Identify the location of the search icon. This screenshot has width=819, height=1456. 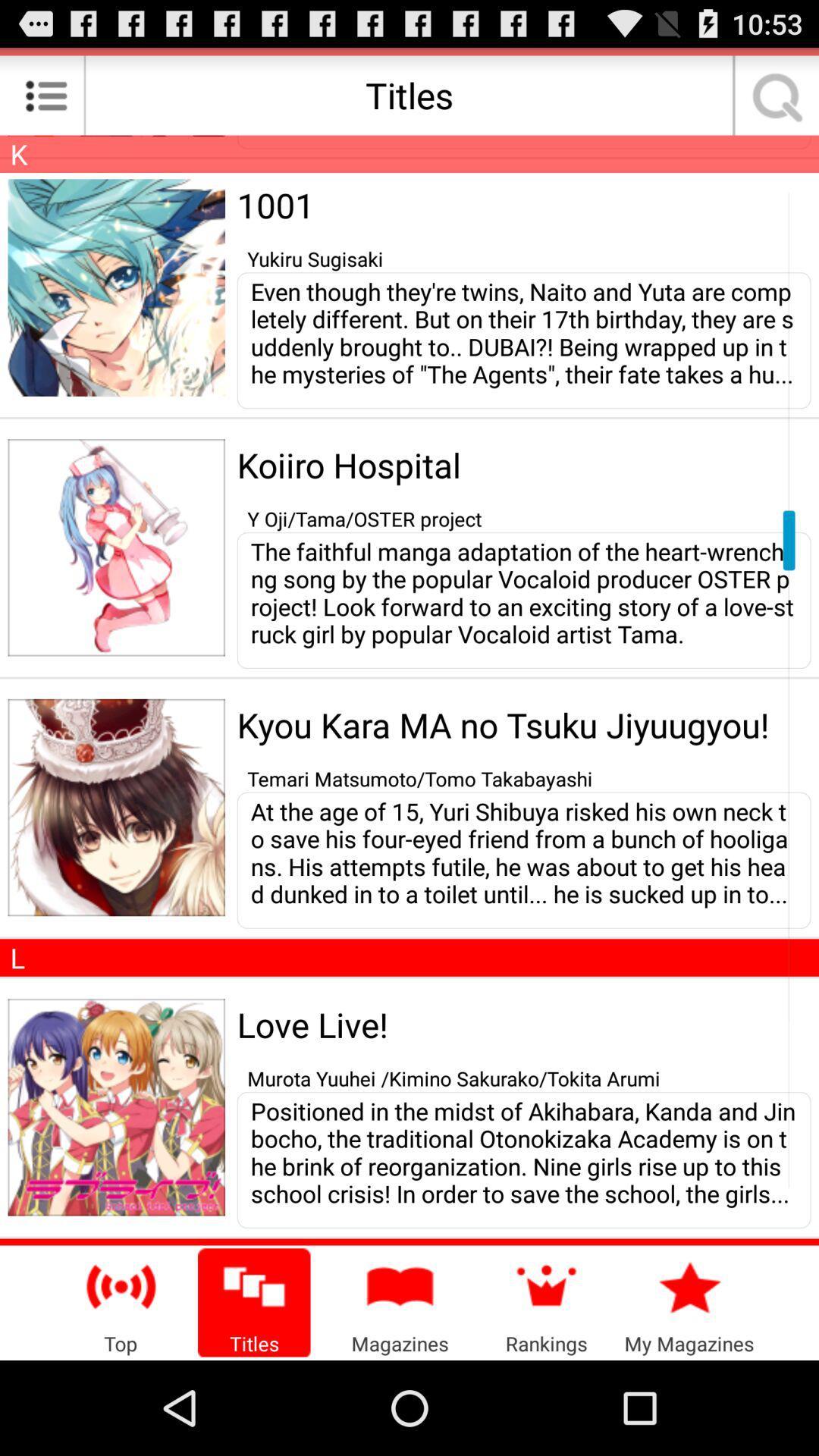
(772, 101).